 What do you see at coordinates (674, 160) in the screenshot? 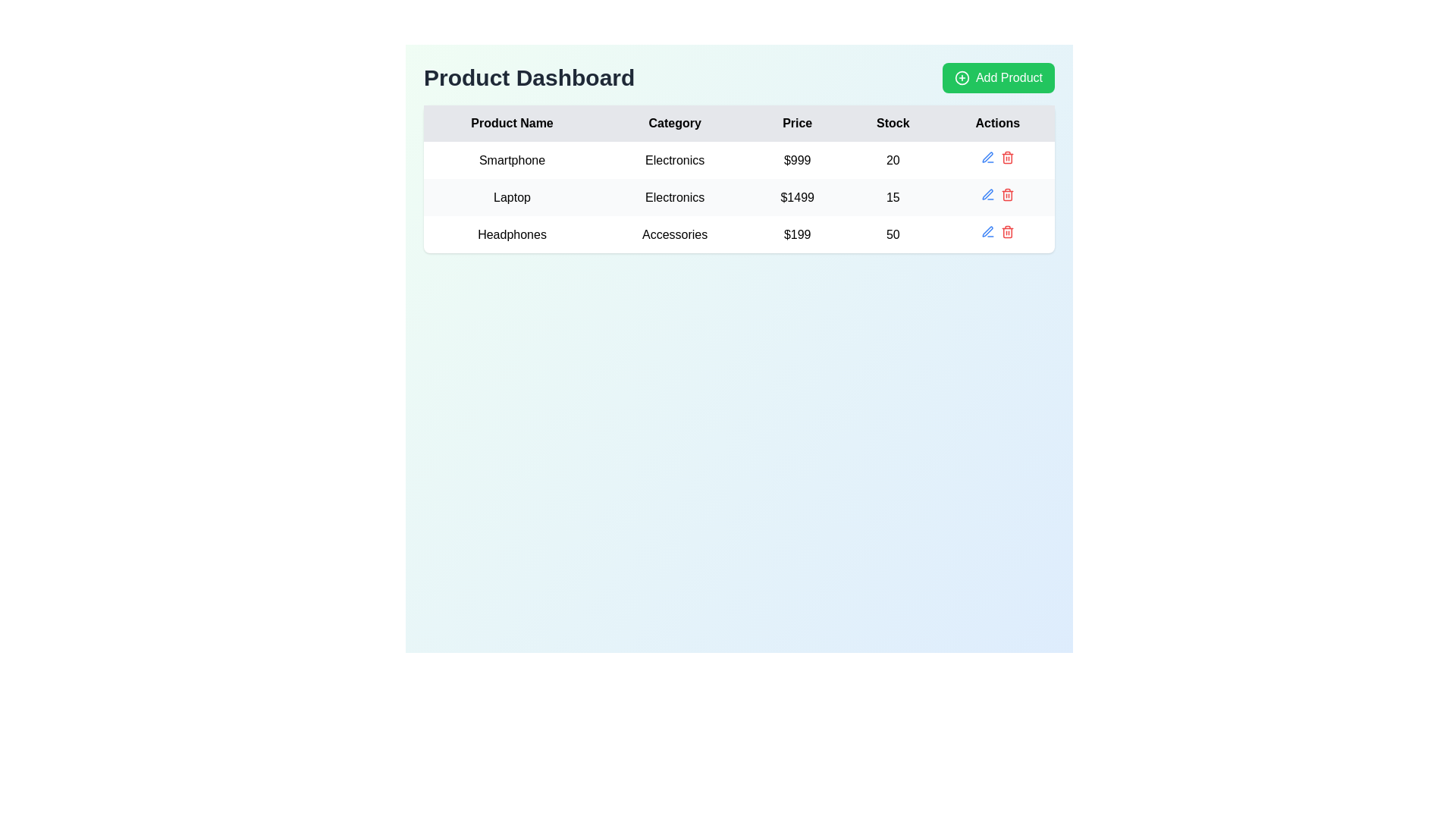
I see `text content of the 'Electronics' text block located under the 'Category' column in the first row of the table` at bounding box center [674, 160].